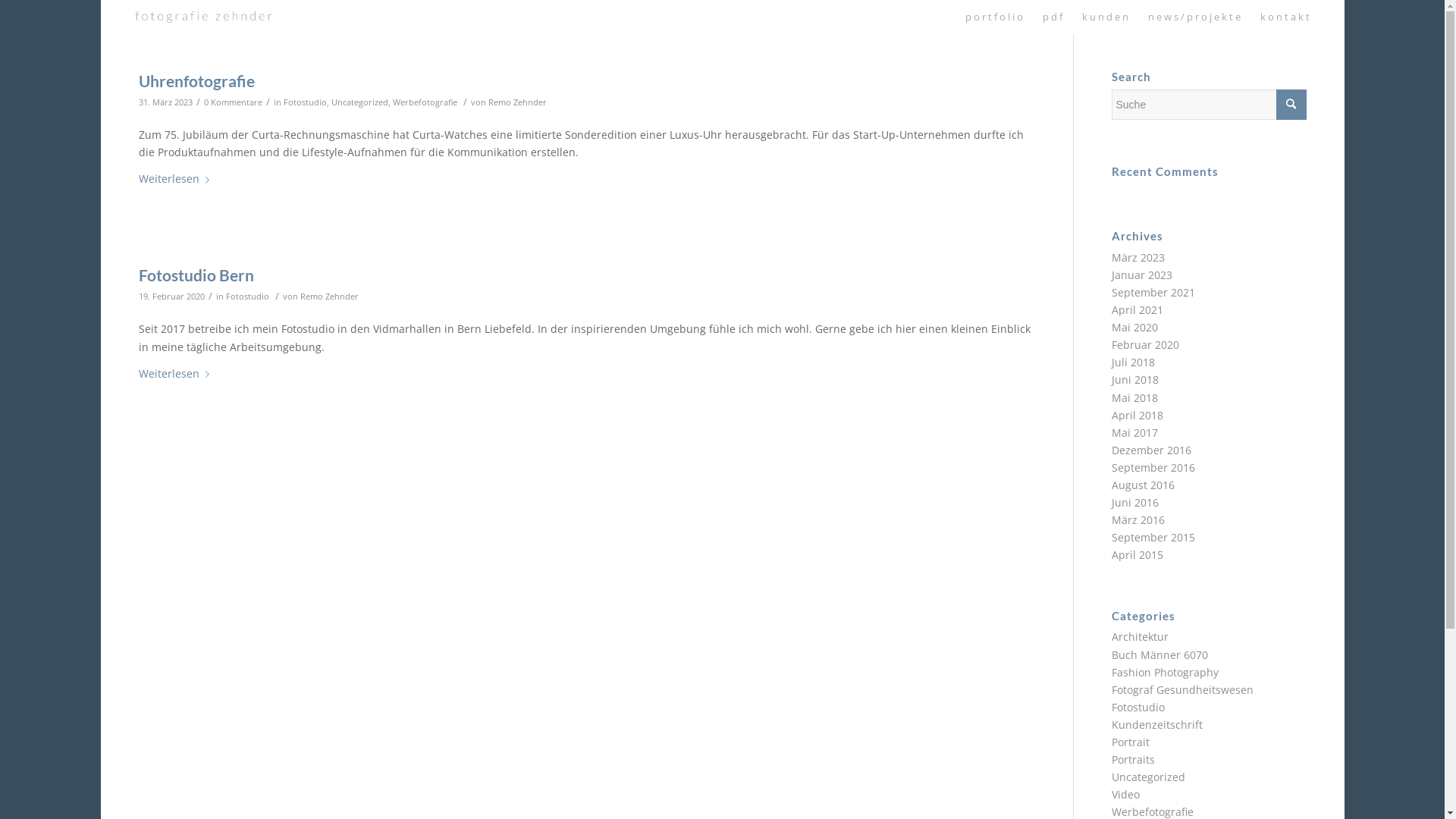 The height and width of the screenshot is (819, 1456). Describe the element at coordinates (425, 102) in the screenshot. I see `'Werbefotografie'` at that location.